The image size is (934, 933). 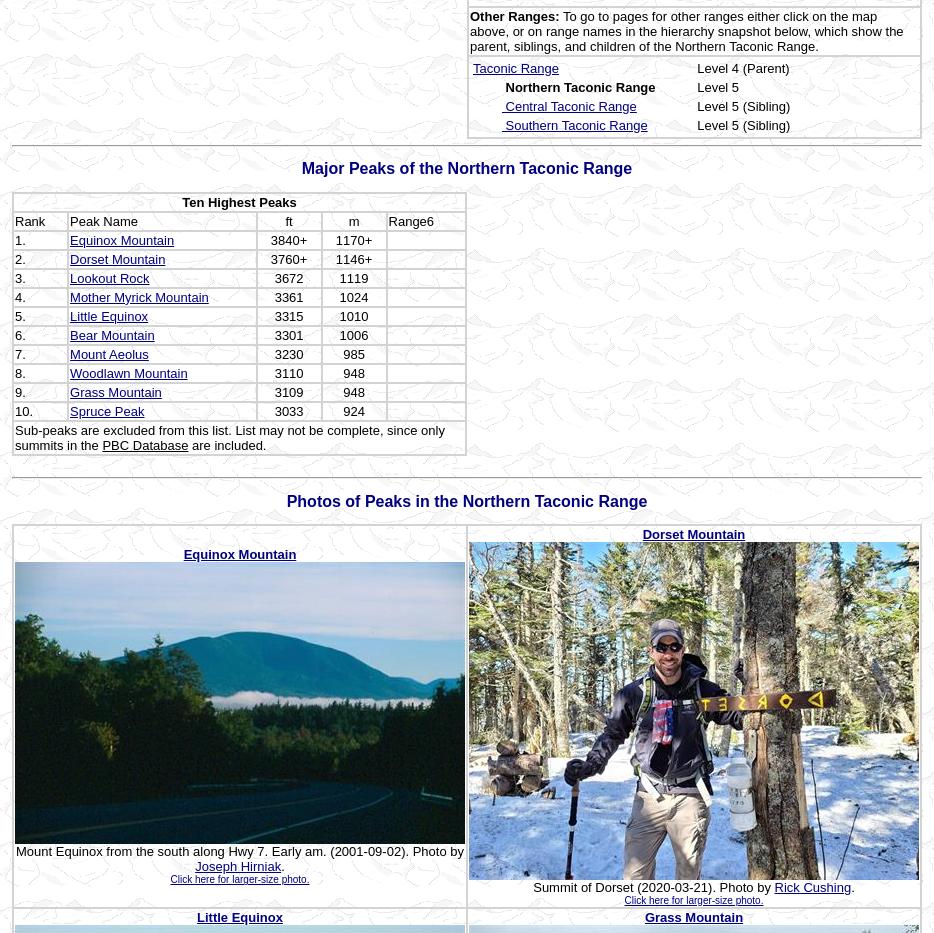 I want to click on 'Mother Myrick Mountain', so click(x=137, y=296).